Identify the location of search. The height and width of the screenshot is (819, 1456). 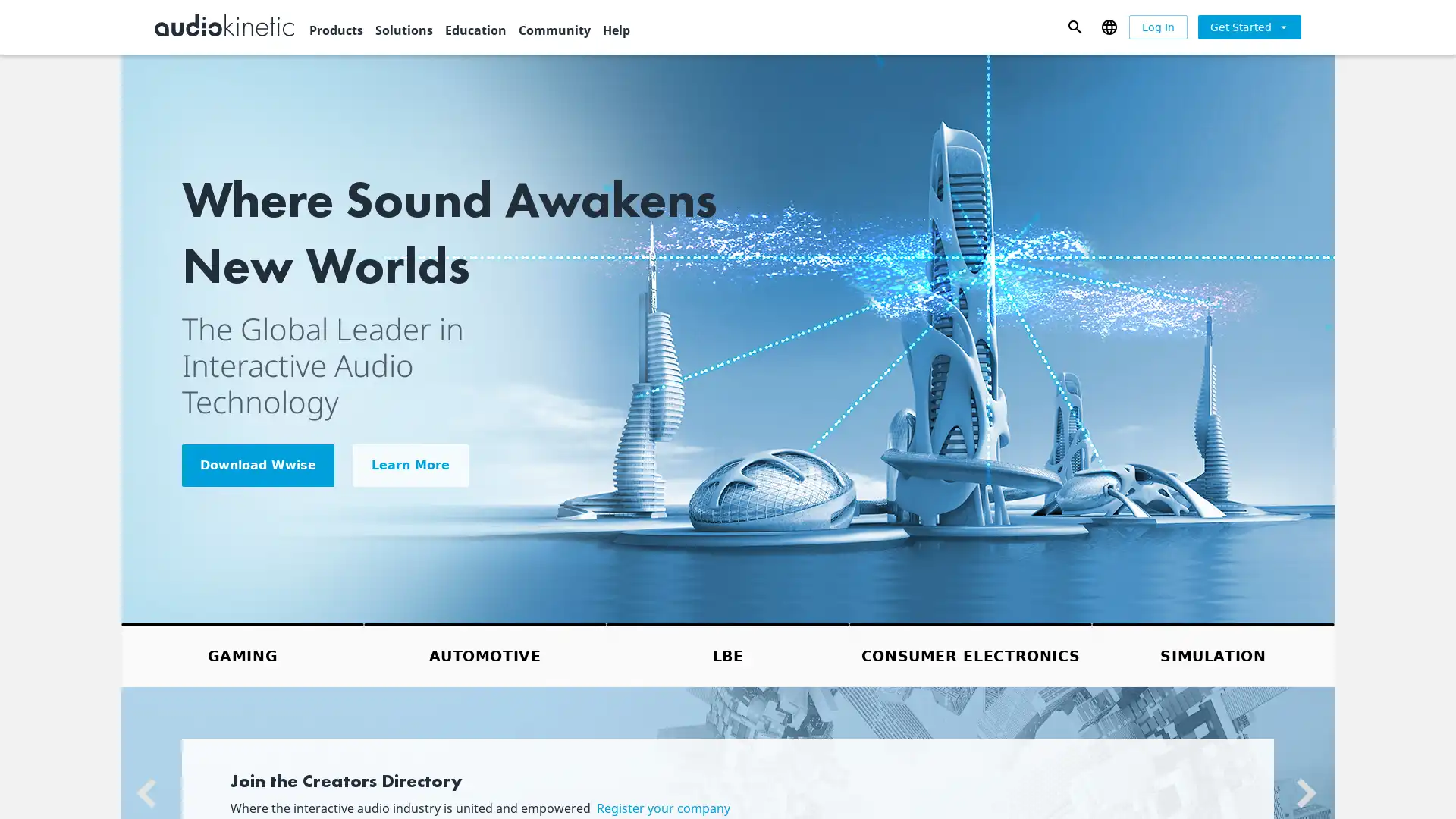
(1074, 26).